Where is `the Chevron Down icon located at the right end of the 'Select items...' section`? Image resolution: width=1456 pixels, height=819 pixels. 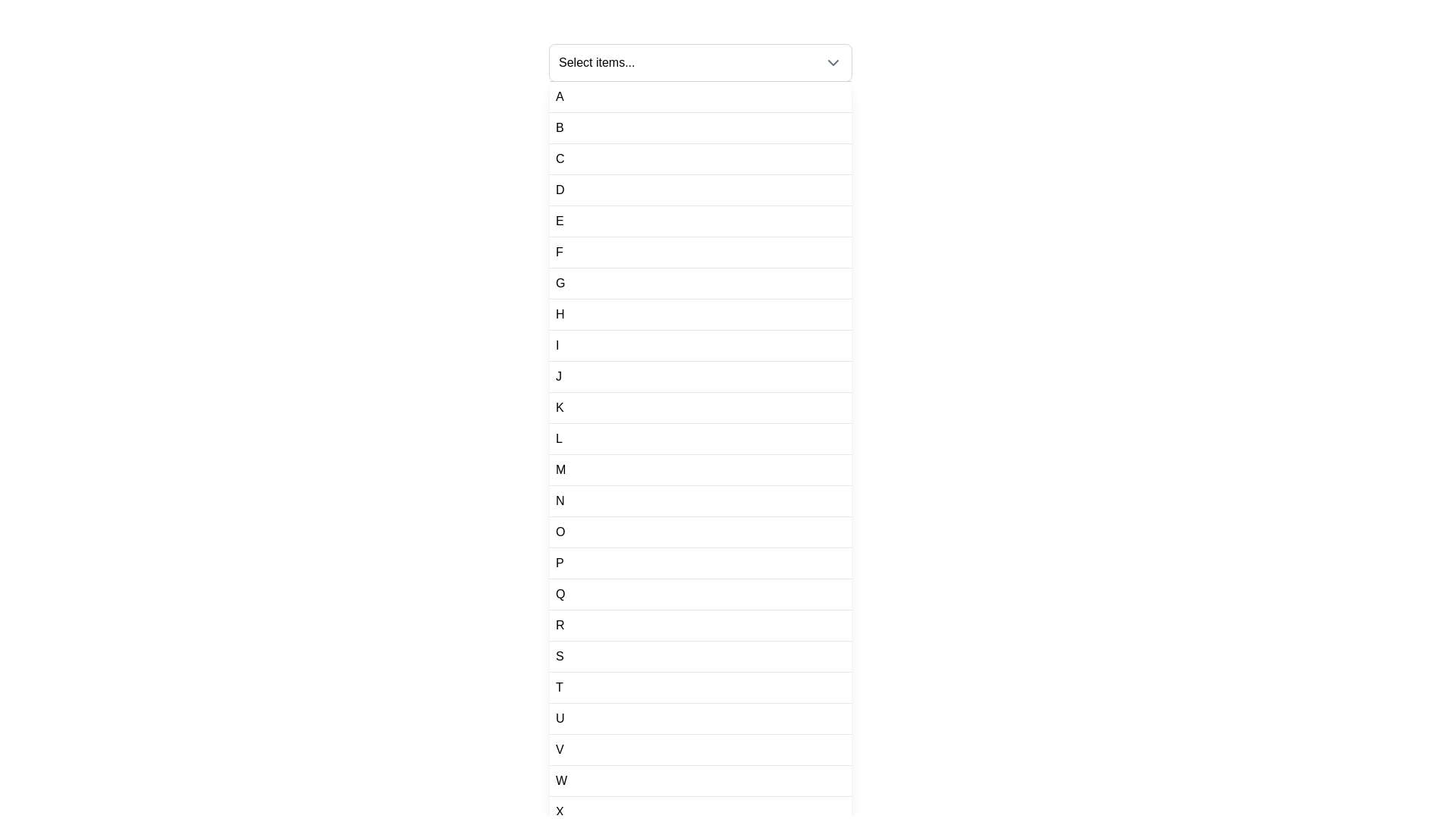
the Chevron Down icon located at the right end of the 'Select items...' section is located at coordinates (833, 62).